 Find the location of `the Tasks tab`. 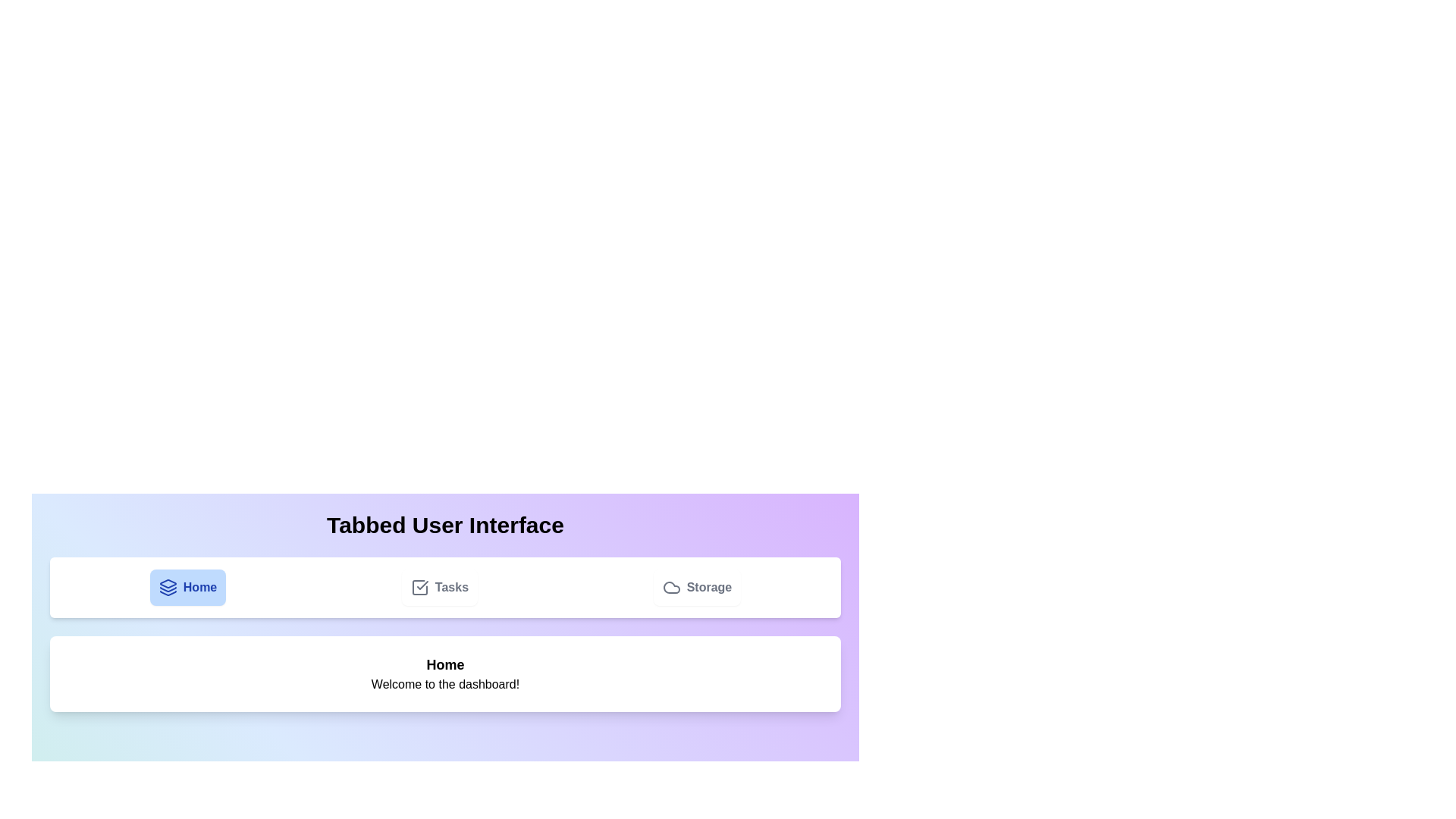

the Tasks tab is located at coordinates (438, 587).